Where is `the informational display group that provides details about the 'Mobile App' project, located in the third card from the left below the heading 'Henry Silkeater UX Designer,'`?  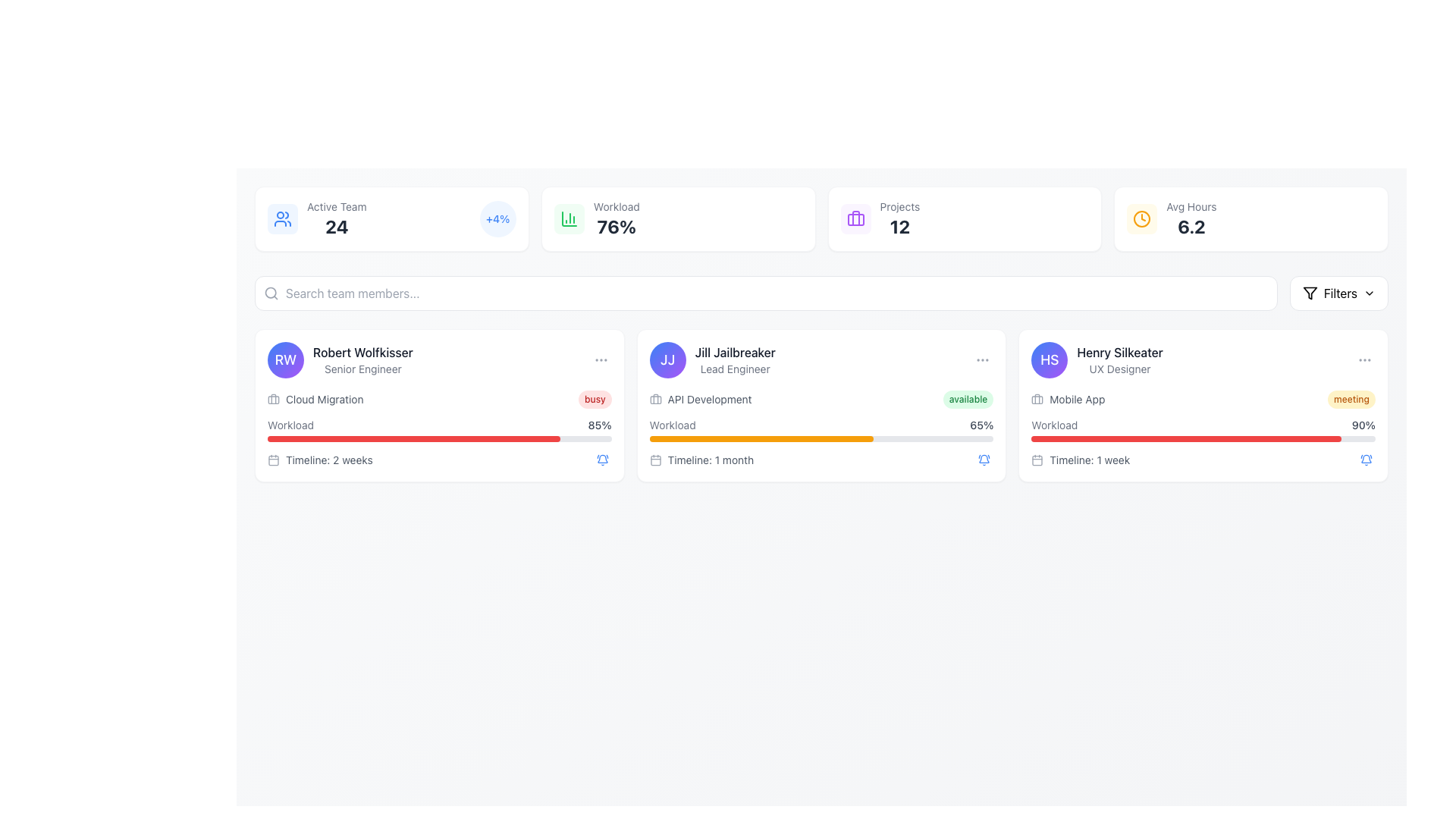
the informational display group that provides details about the 'Mobile App' project, located in the third card from the left below the heading 'Henry Silkeater UX Designer,' is located at coordinates (1203, 430).